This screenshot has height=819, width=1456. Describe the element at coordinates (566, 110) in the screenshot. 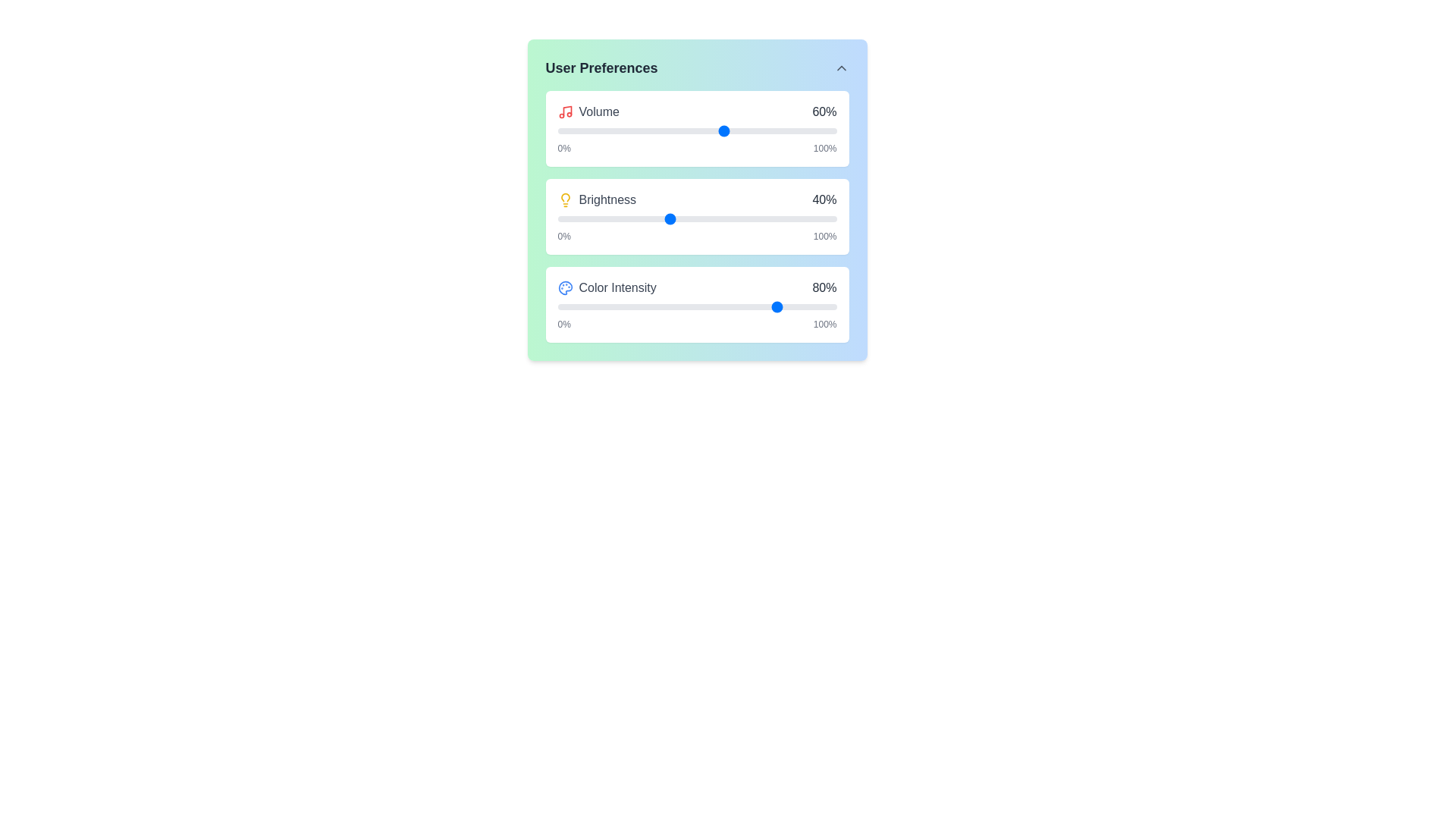

I see `the central vertical line of the musical note icon, which is styled in red and located in the top row of the settings panel next to the 'Volume' slider` at that location.